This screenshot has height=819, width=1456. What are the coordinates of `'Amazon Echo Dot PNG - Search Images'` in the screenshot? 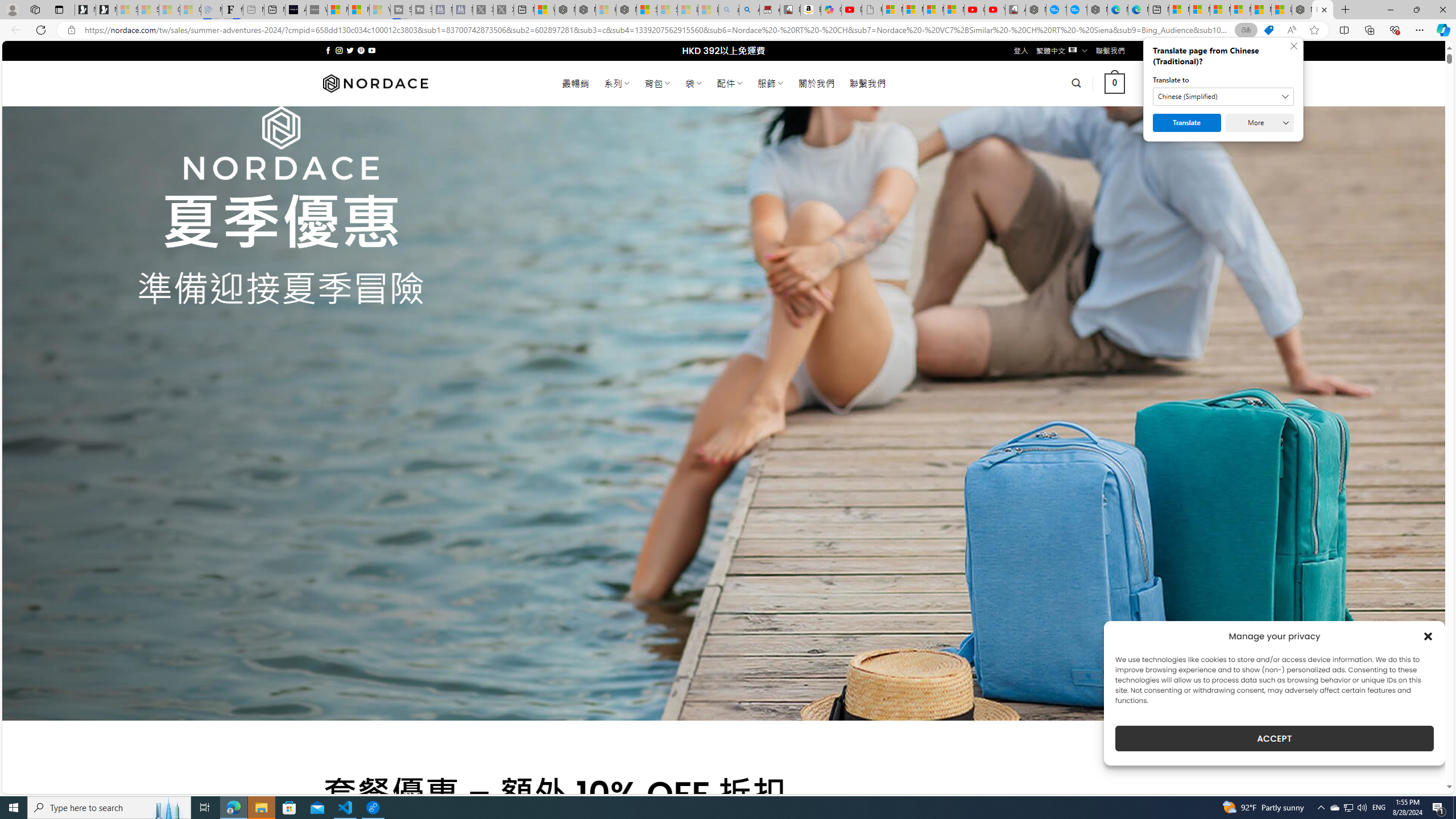 It's located at (748, 9).